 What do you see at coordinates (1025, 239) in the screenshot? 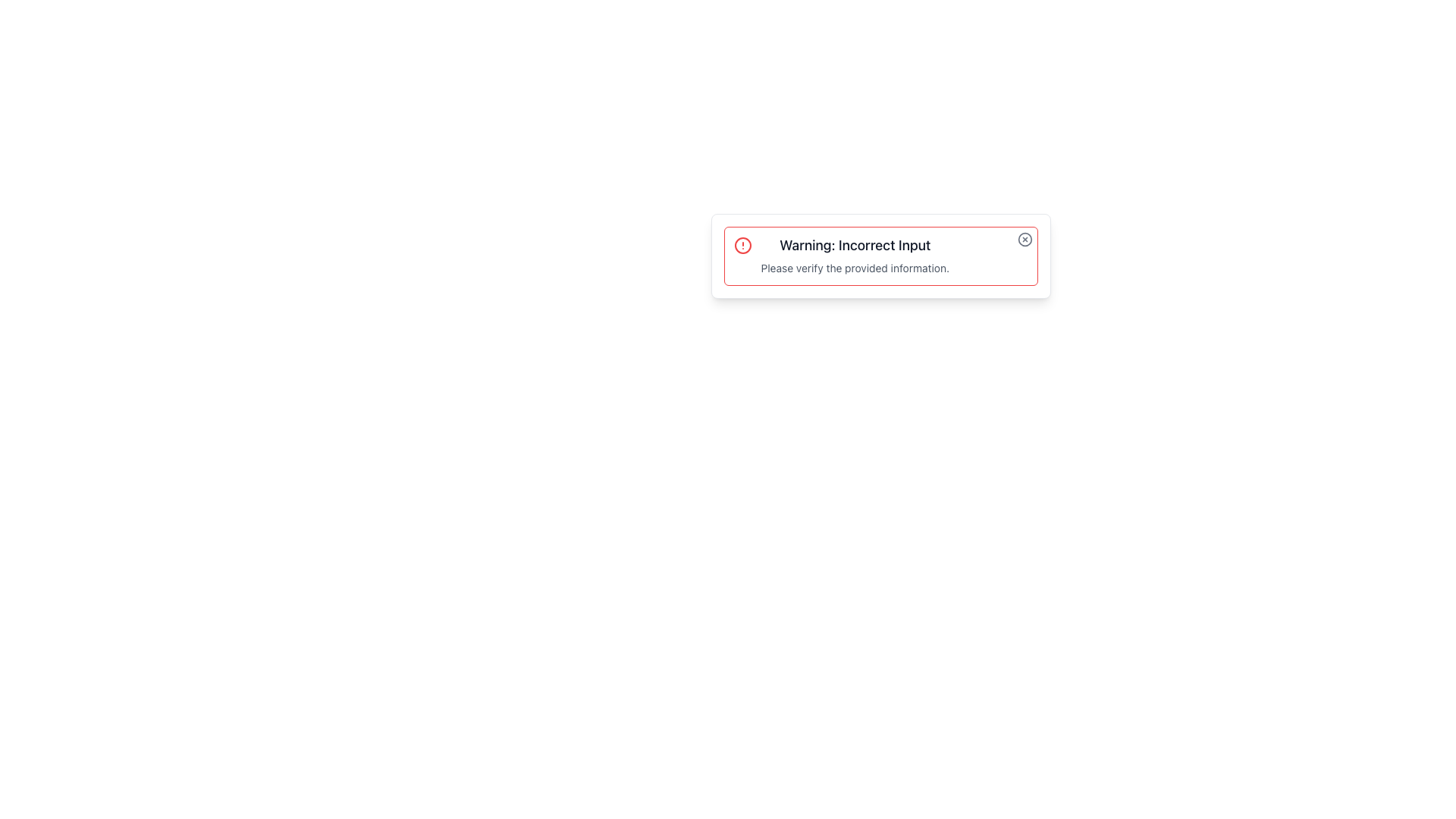
I see `the circular icon located in the top-right corner of the alert box that contains the text 'Warning: Incorrect Input'` at bounding box center [1025, 239].